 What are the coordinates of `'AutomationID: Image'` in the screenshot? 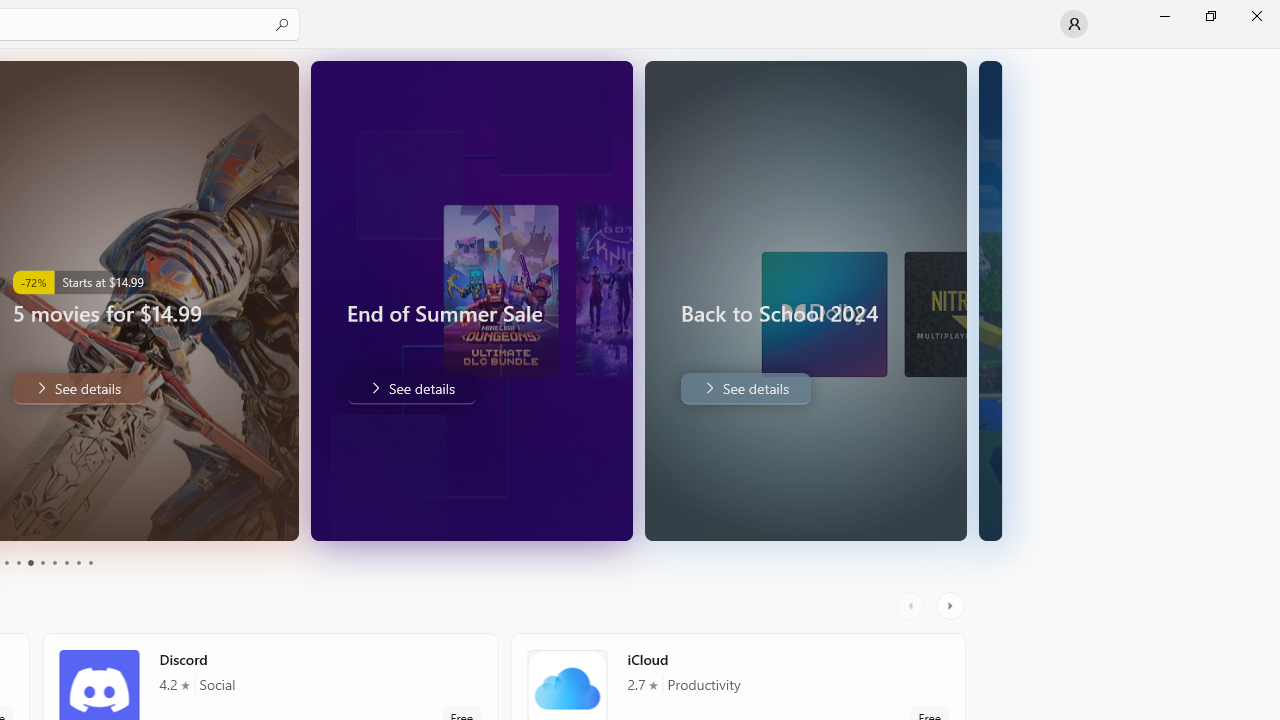 It's located at (840, 300).